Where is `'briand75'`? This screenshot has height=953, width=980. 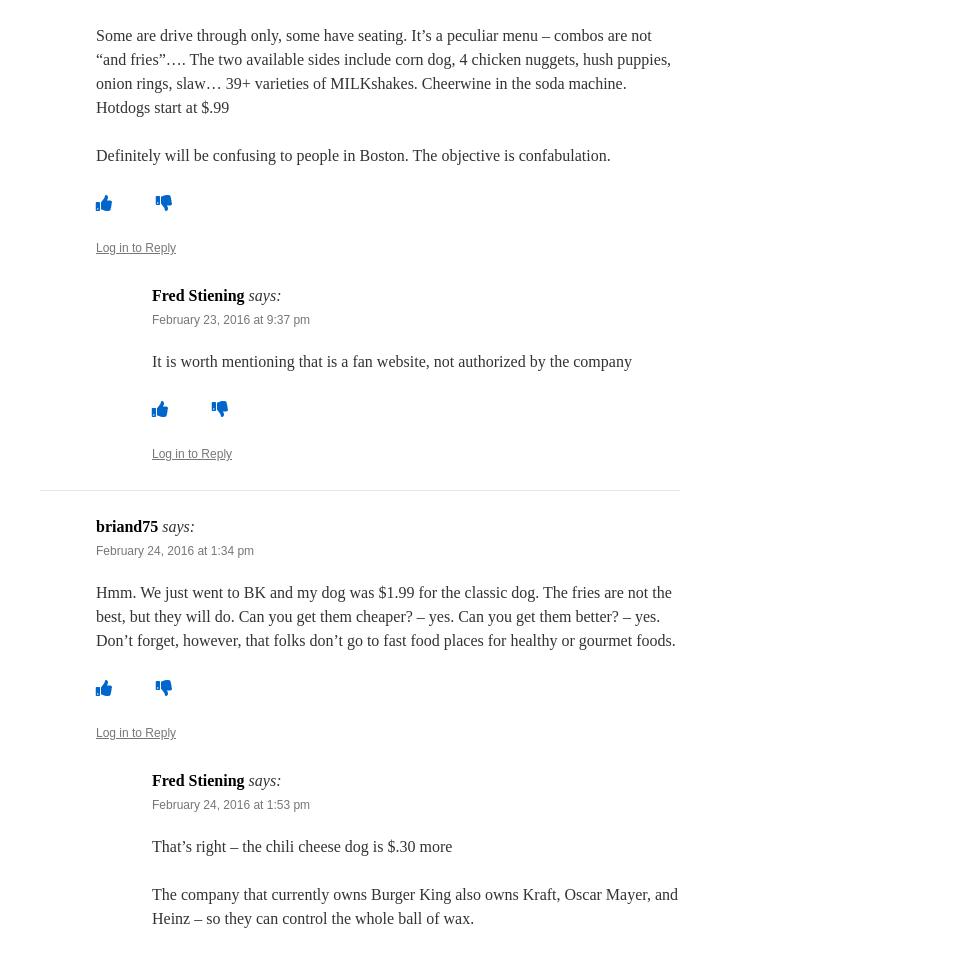
'briand75' is located at coordinates (127, 526).